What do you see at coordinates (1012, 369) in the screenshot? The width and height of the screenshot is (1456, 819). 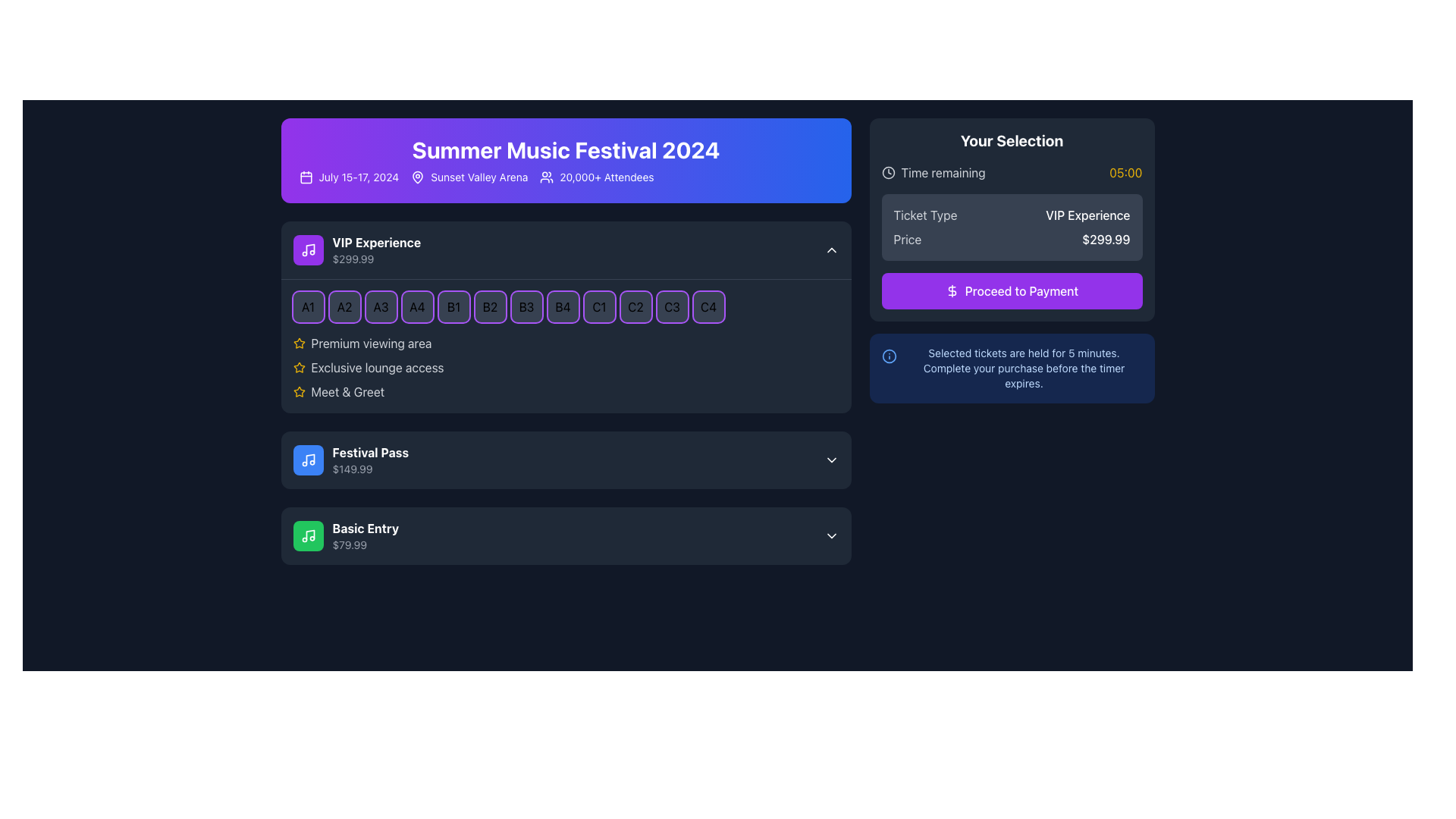 I see `informational section that contains the text 'Selected tickets are held for 5 minutes. Complete your purchase before the timer expires.' located in the bottom right pane near the 'Proceed to Payment' button` at bounding box center [1012, 369].